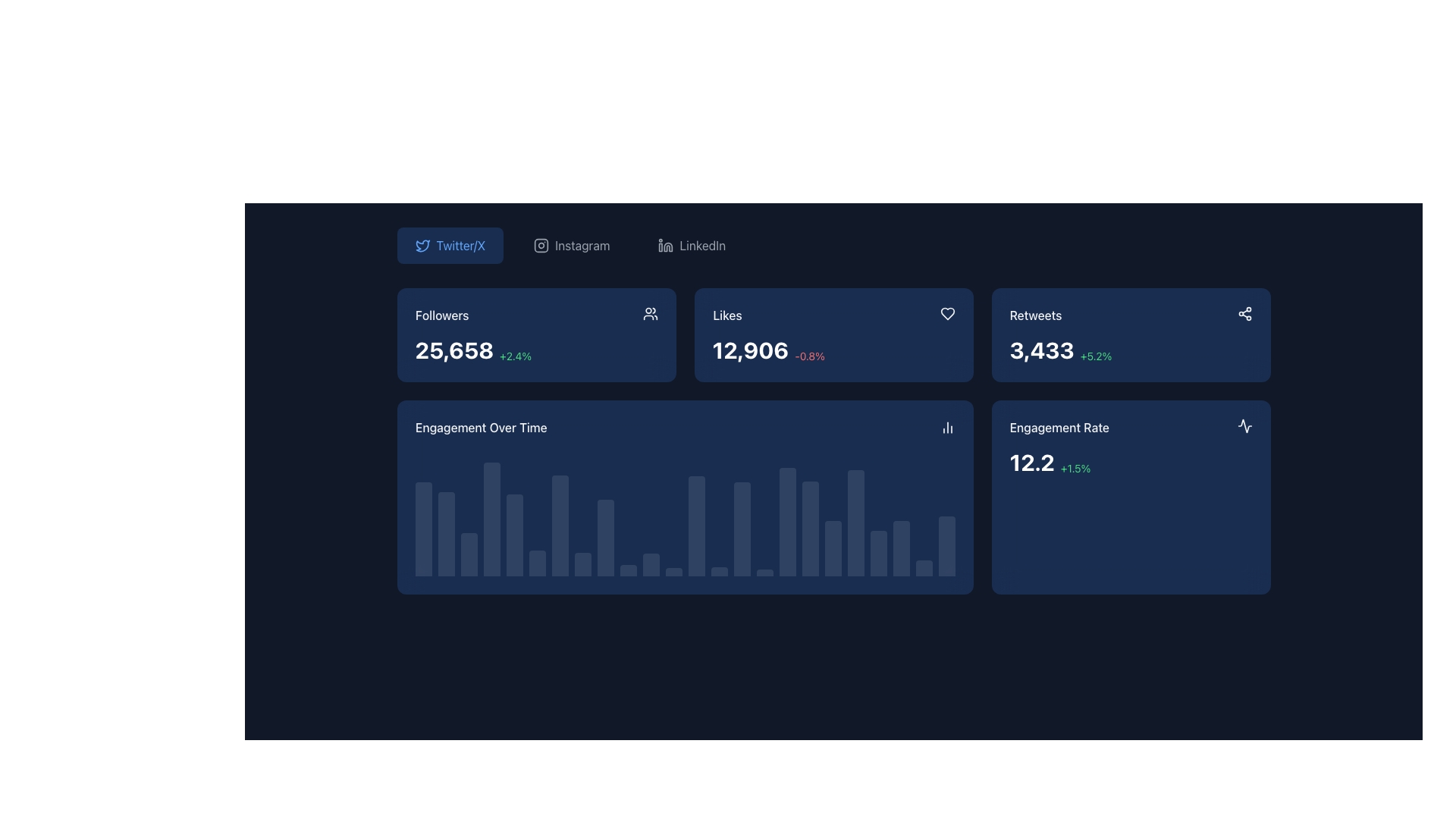  What do you see at coordinates (541, 245) in the screenshot?
I see `the primary rounded rectangle forming the frame of the Instagram icon located in the top navigation area of the page` at bounding box center [541, 245].